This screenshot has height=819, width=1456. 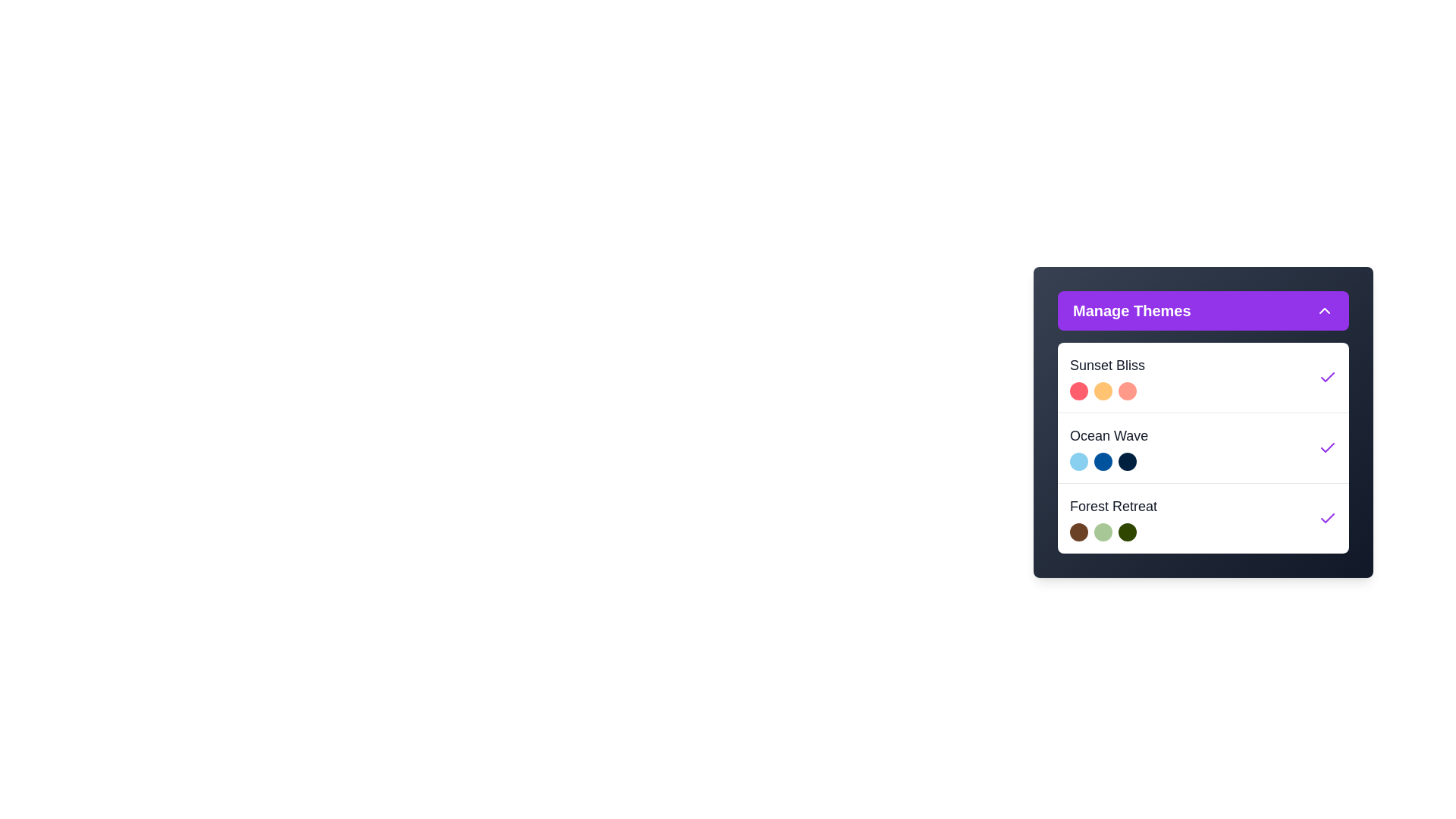 I want to click on the theme Sunset Bliss by clicking its checkmark, so click(x=1327, y=376).